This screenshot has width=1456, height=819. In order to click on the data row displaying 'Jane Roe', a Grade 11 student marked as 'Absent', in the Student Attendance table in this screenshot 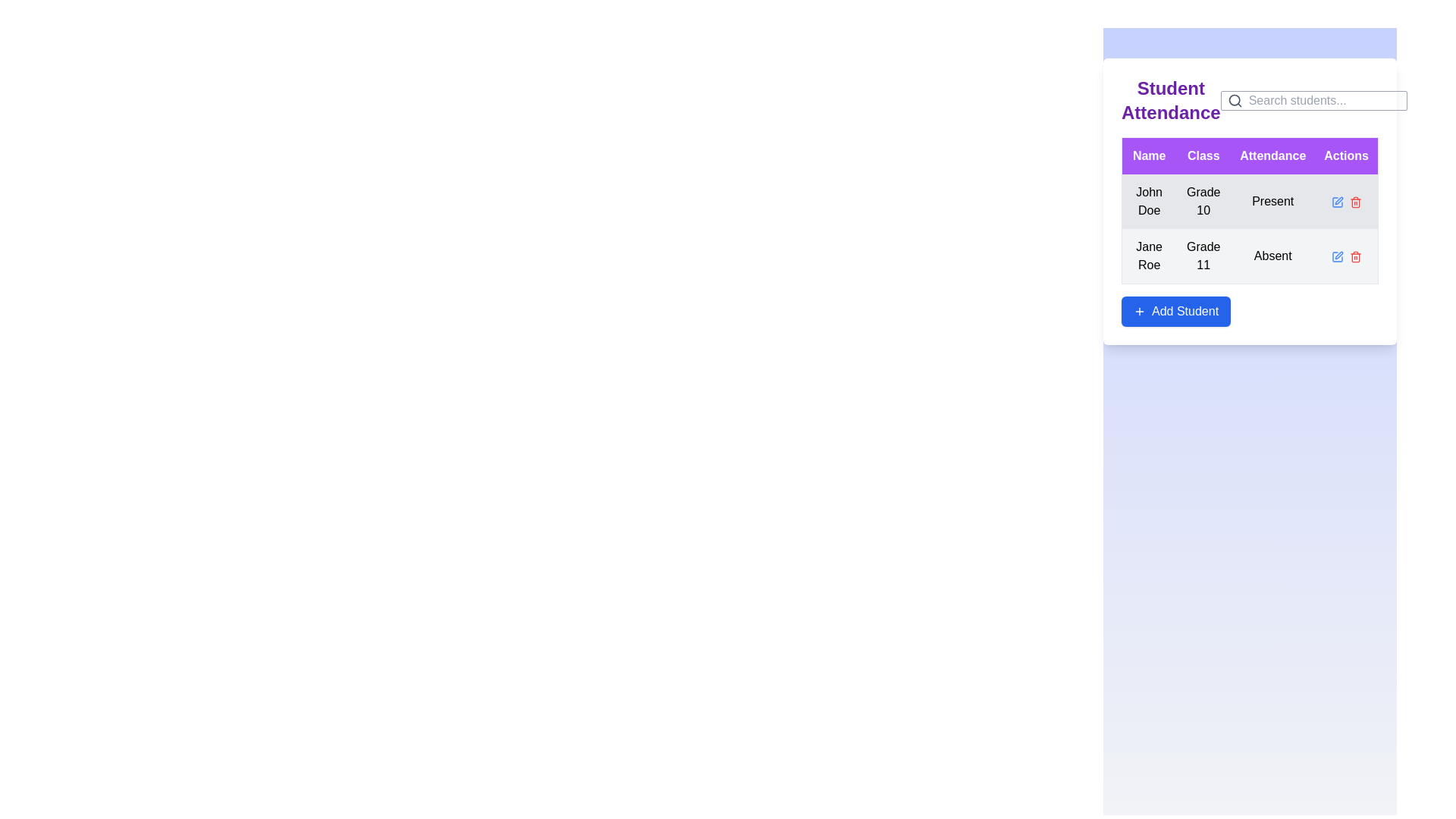, I will do `click(1250, 256)`.